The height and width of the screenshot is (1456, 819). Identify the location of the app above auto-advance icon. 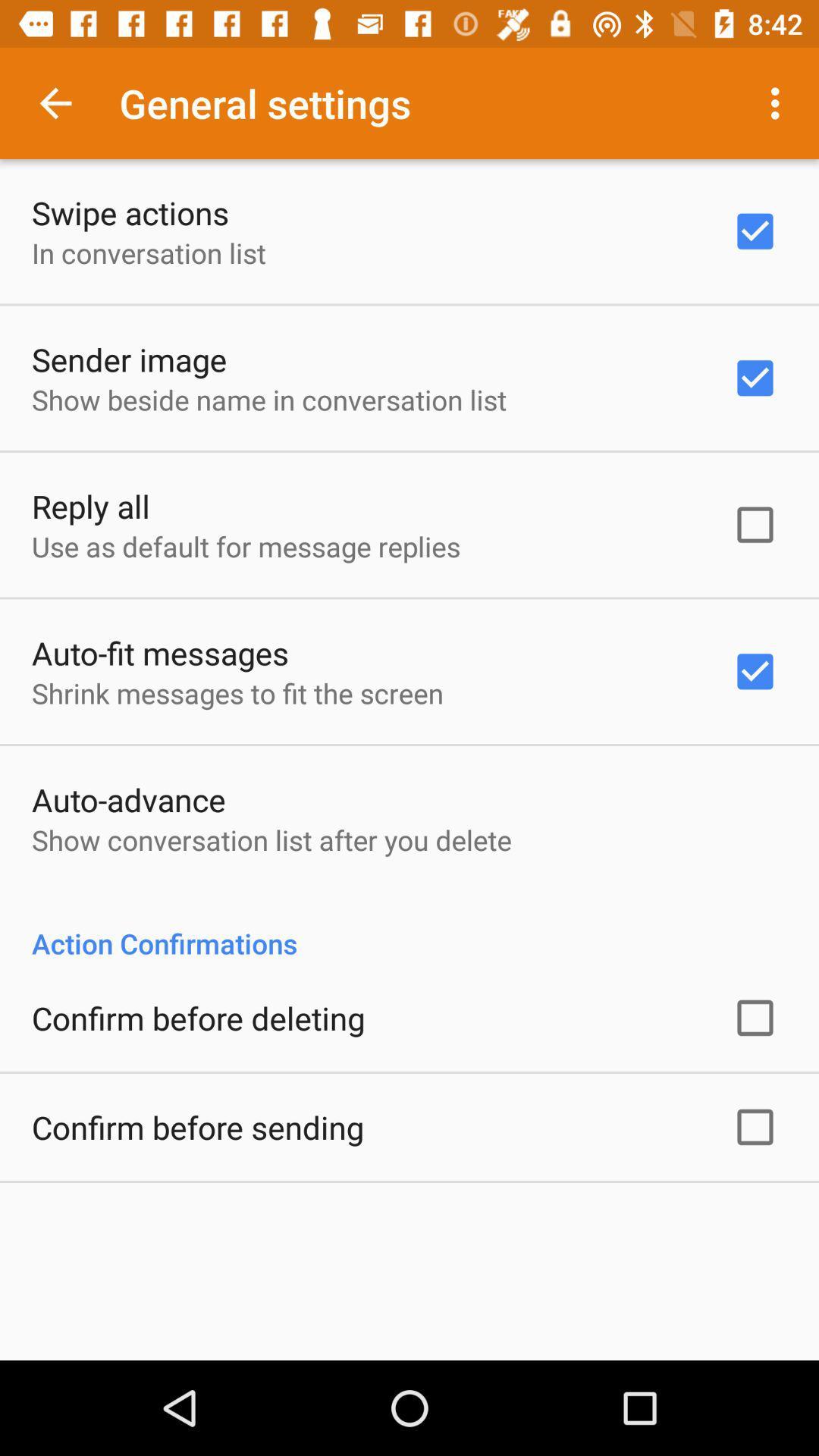
(237, 692).